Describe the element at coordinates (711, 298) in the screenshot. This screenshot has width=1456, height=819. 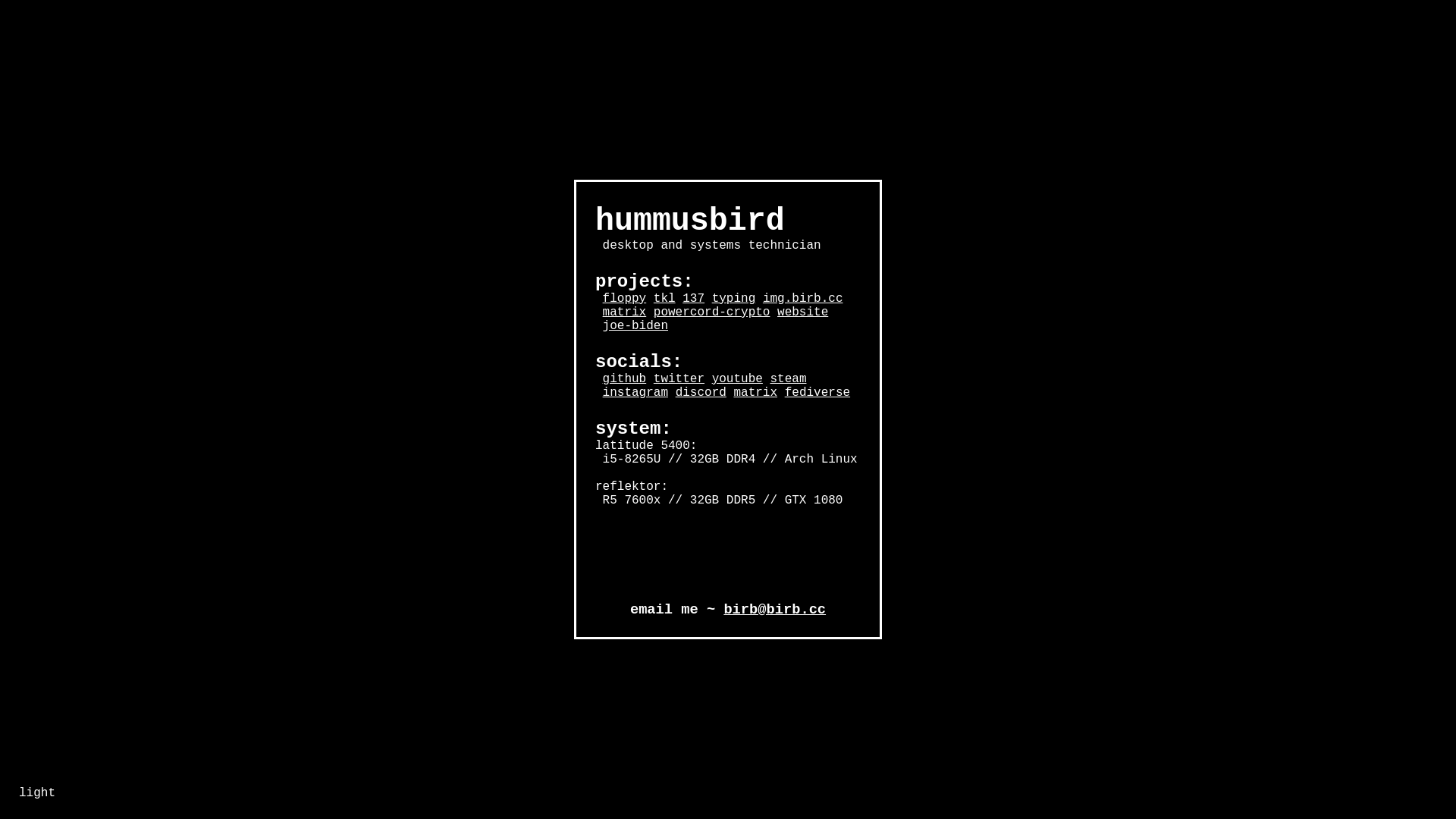
I see `'typing'` at that location.